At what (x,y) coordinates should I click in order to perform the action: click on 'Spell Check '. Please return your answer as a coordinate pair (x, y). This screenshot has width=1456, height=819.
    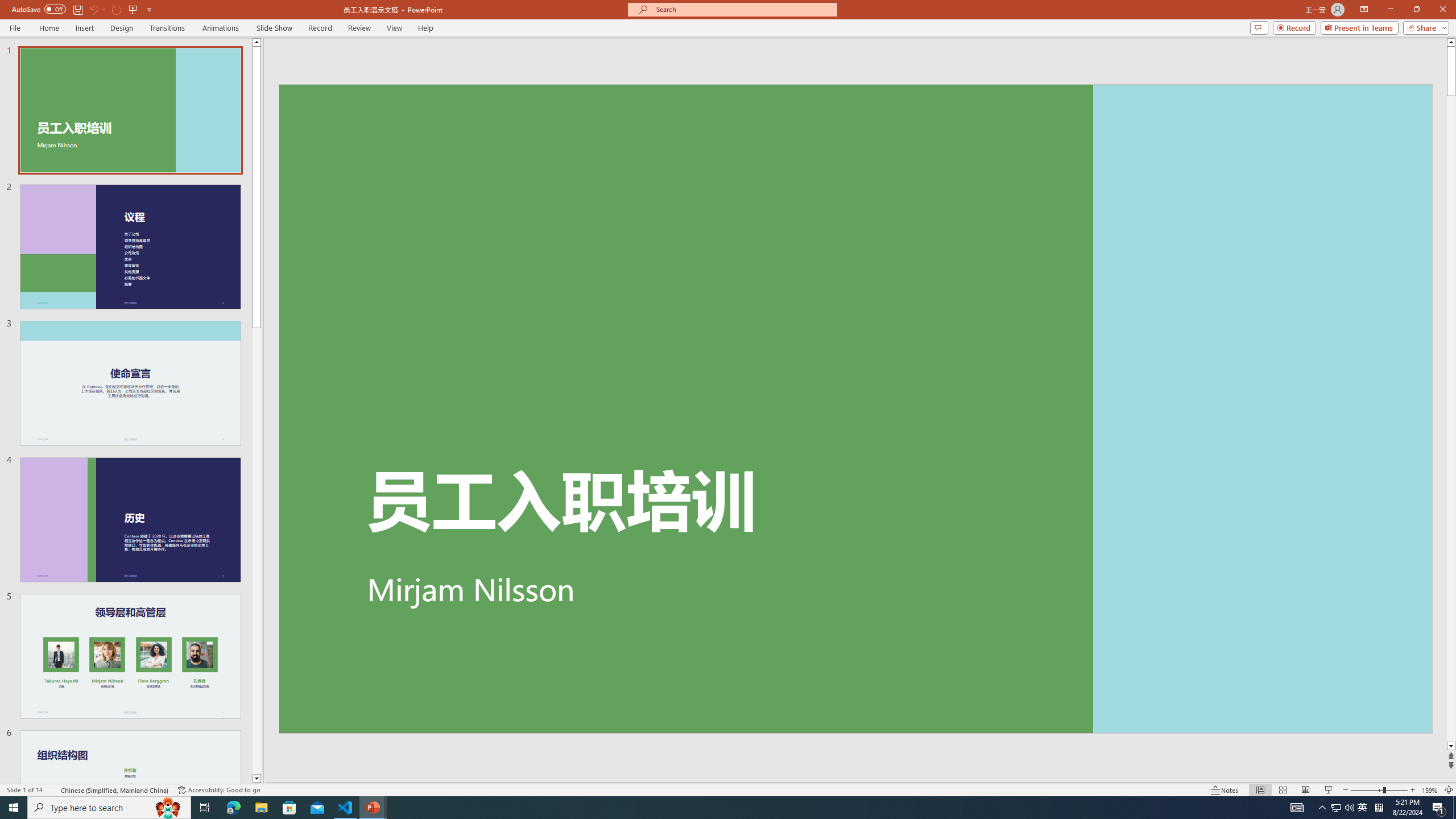
    Looking at the image, I should click on (53, 790).